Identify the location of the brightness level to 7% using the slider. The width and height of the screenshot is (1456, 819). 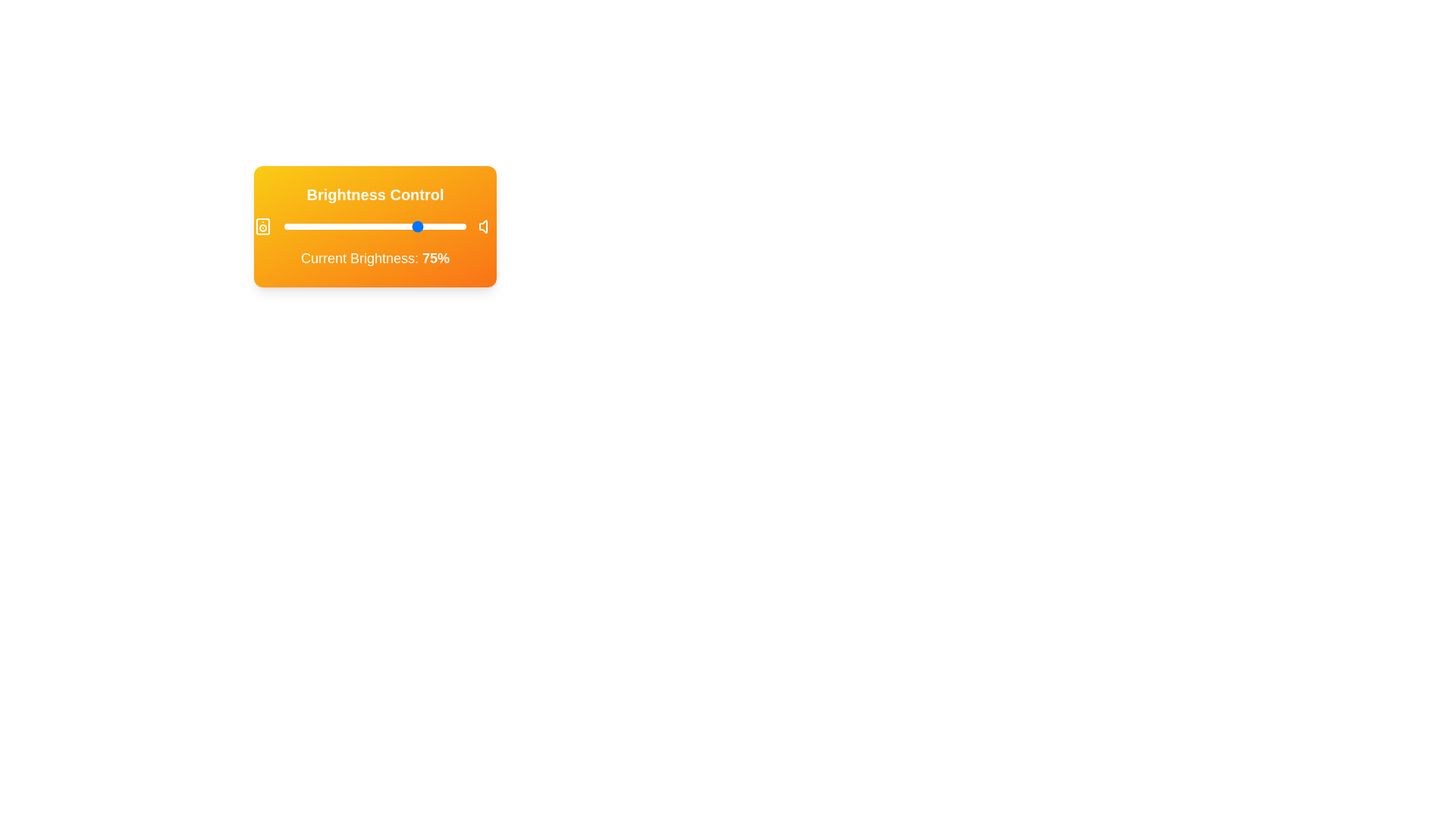
(297, 227).